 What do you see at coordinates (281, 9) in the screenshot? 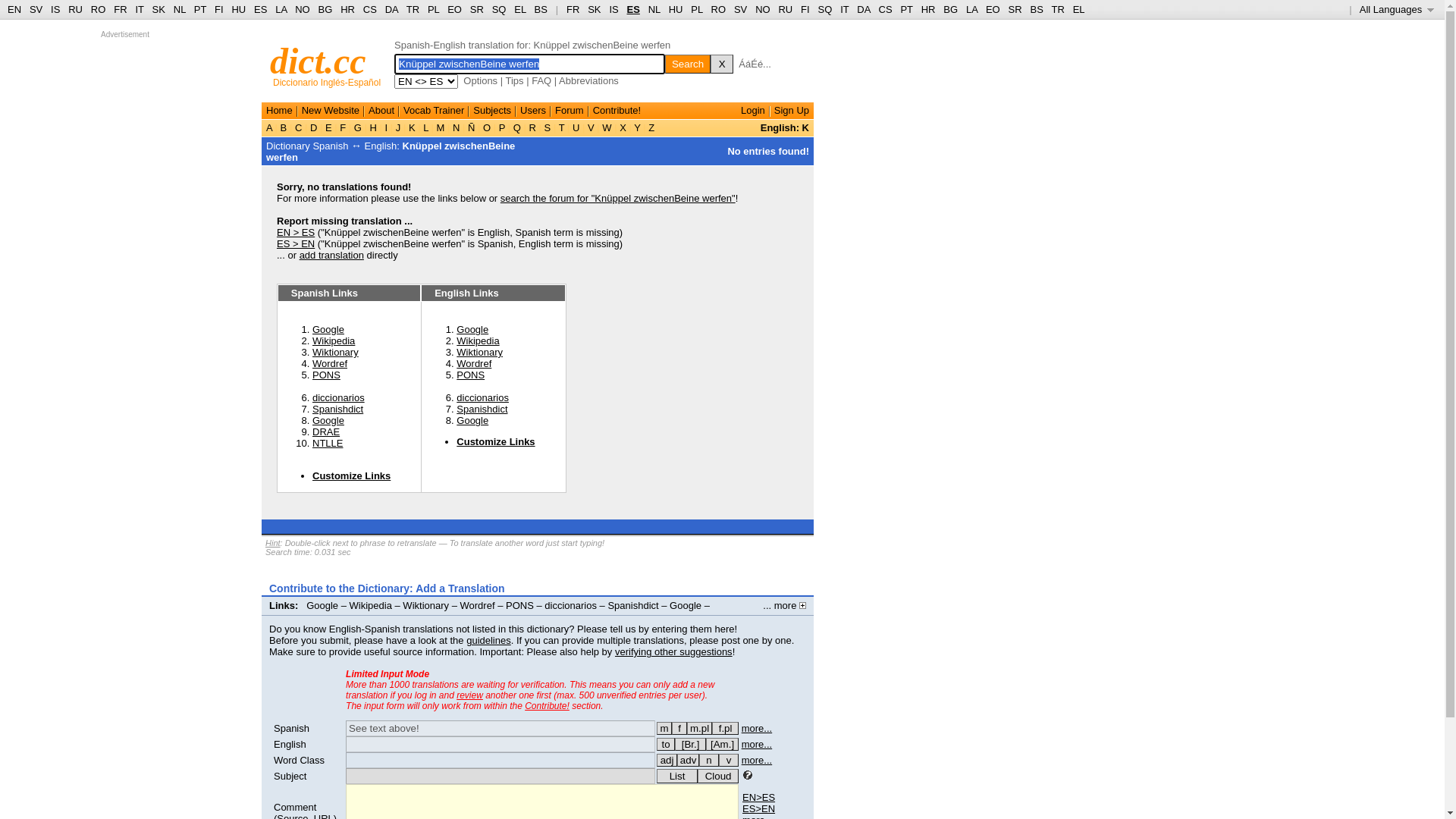
I see `'LA'` at bounding box center [281, 9].